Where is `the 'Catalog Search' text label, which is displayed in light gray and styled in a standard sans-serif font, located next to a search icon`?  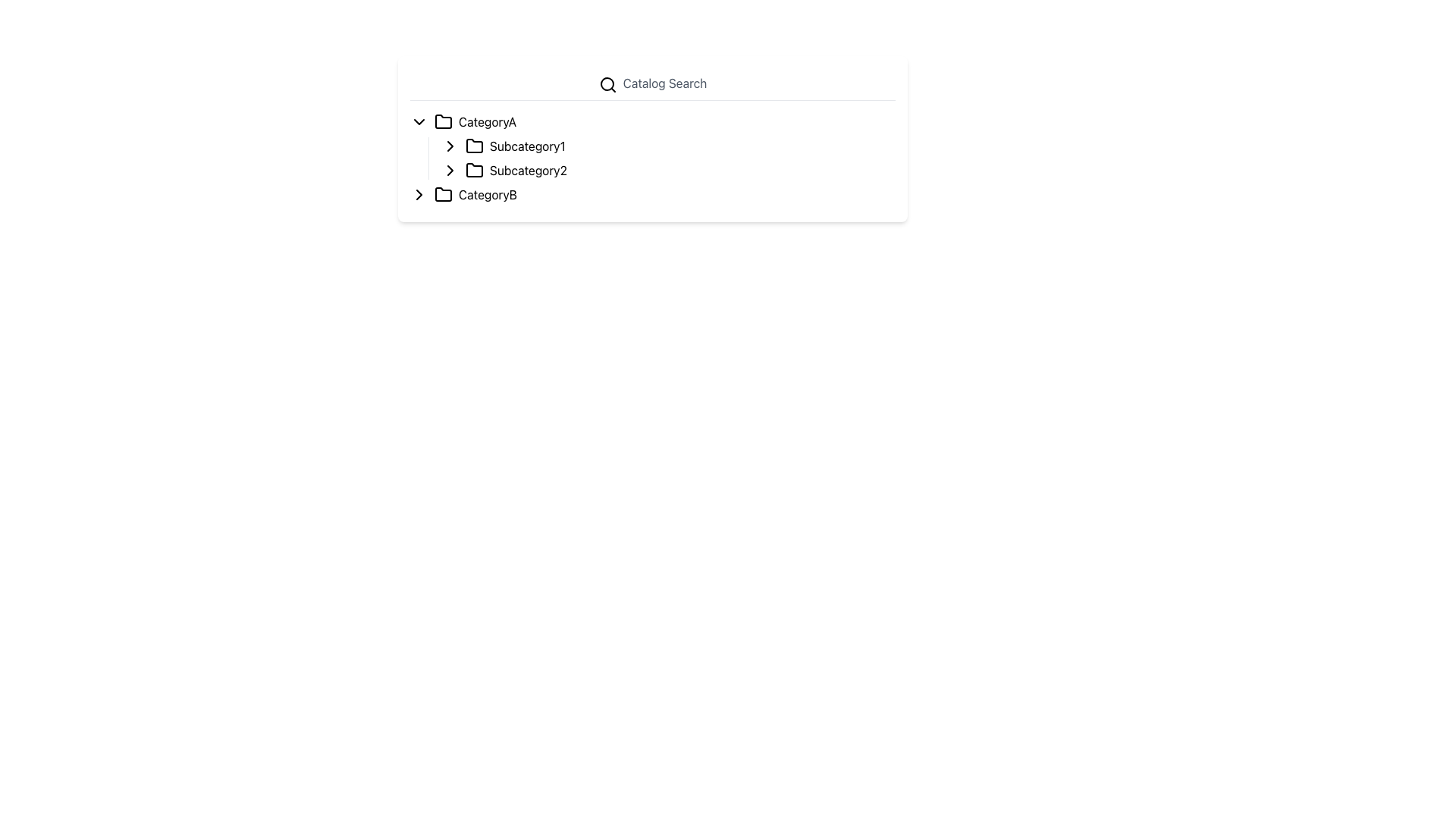 the 'Catalog Search' text label, which is displayed in light gray and styled in a standard sans-serif font, located next to a search icon is located at coordinates (665, 83).